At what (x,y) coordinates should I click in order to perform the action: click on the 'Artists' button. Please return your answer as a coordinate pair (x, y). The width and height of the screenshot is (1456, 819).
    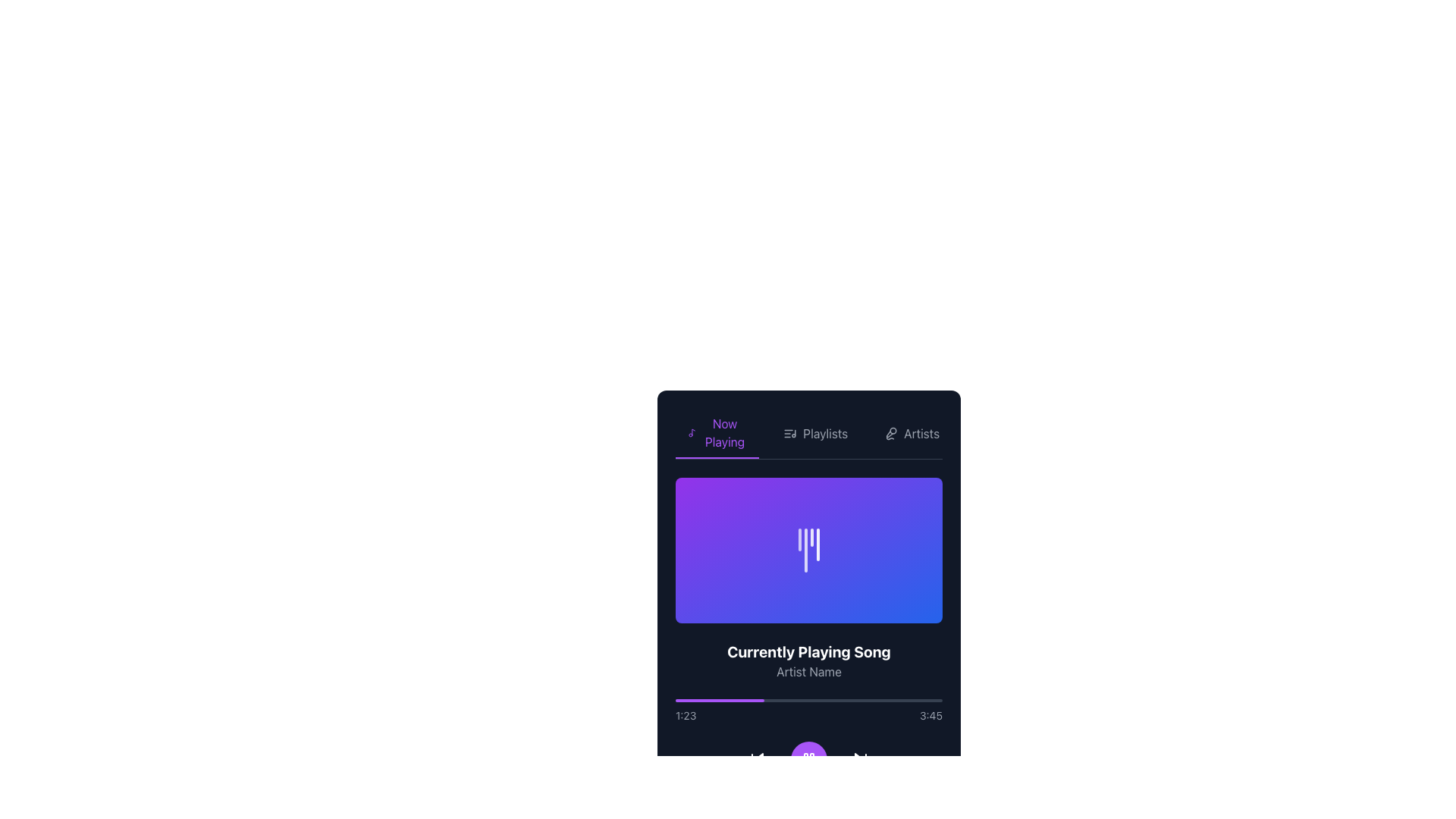
    Looking at the image, I should click on (911, 433).